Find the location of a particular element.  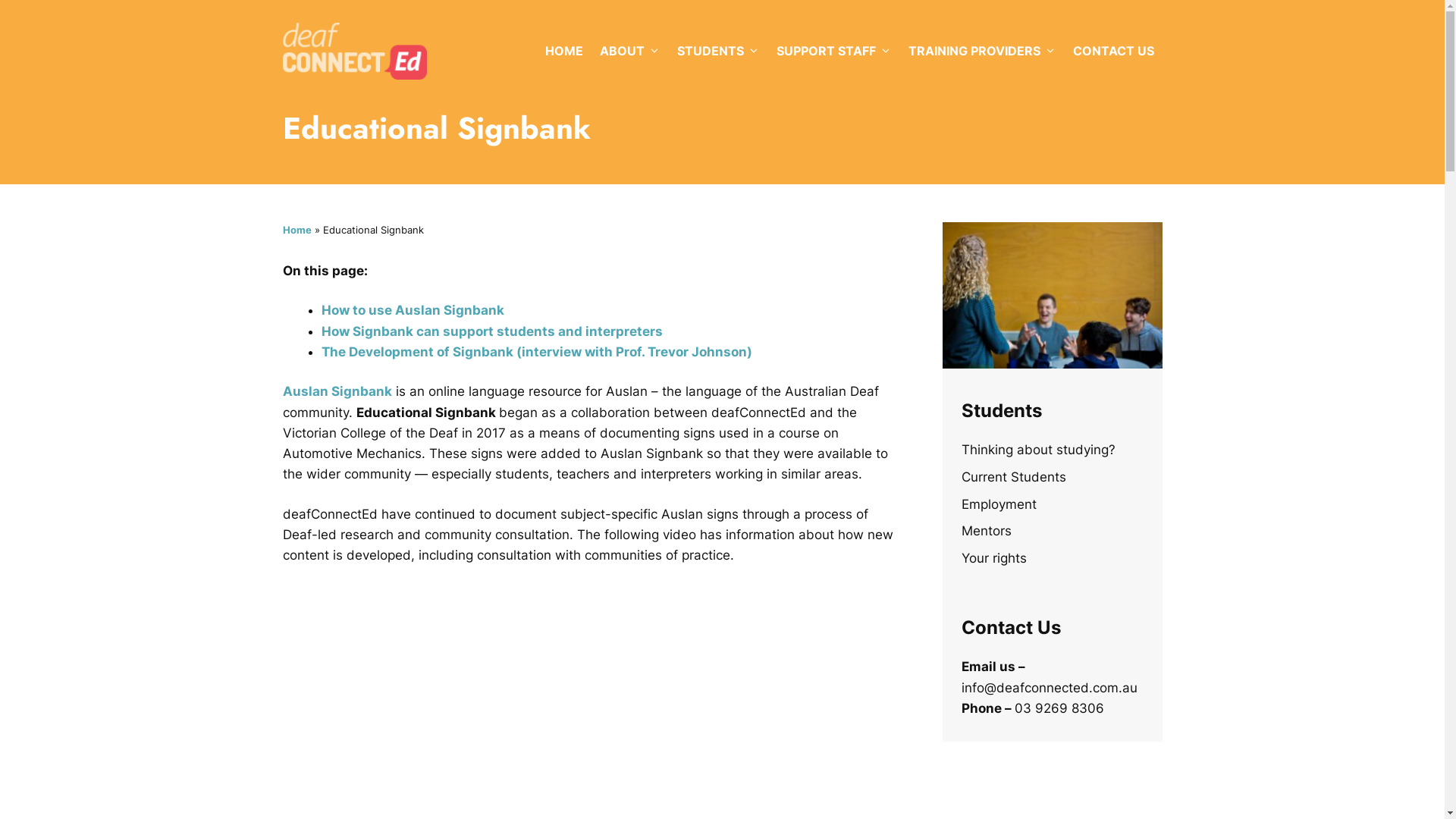

'SUPPORT STAFF' is located at coordinates (833, 49).